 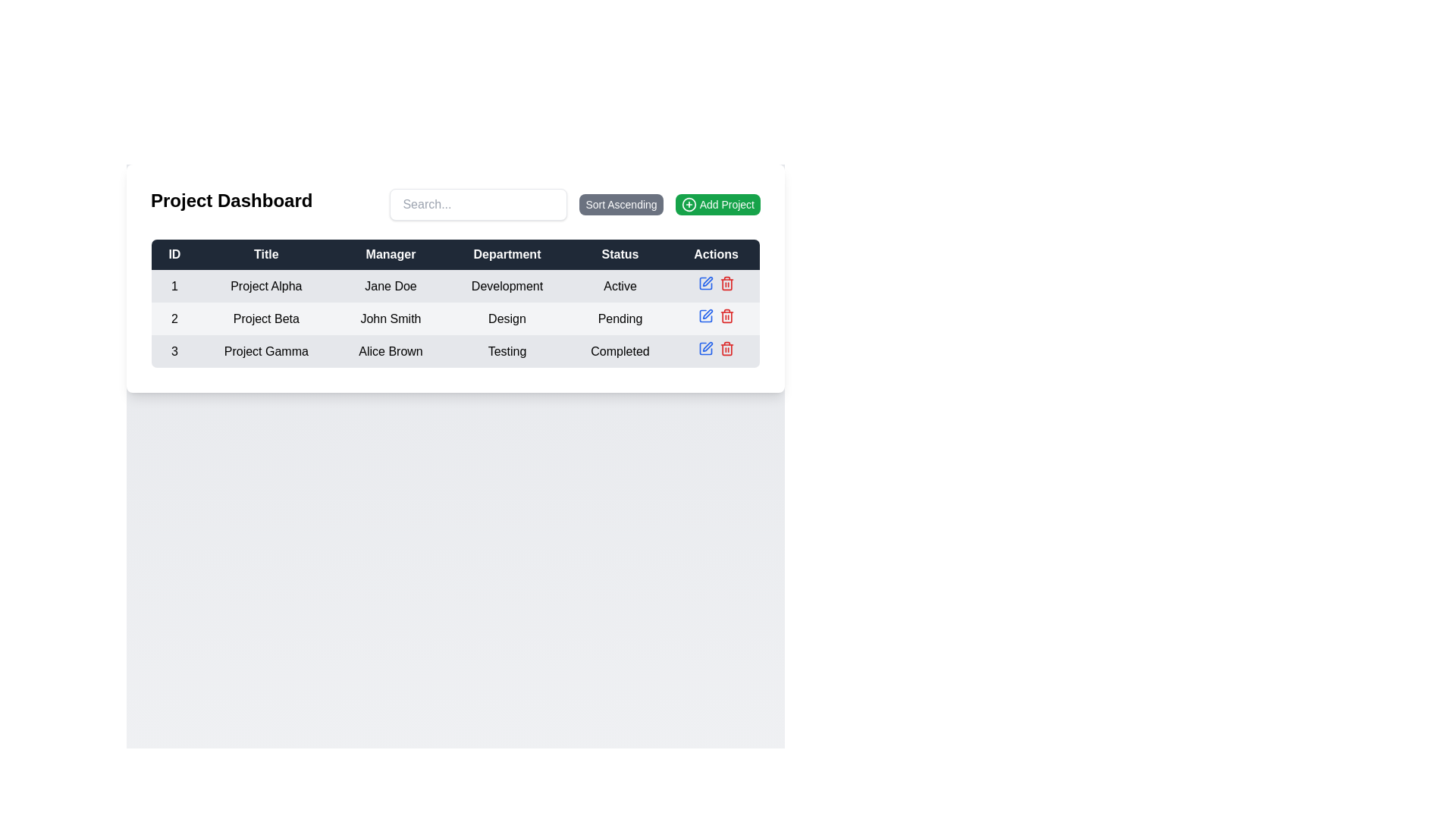 What do you see at coordinates (715, 253) in the screenshot?
I see `the 'Actions' table header element, which is styled with padding and is the last column header adjacent to 'Status'` at bounding box center [715, 253].